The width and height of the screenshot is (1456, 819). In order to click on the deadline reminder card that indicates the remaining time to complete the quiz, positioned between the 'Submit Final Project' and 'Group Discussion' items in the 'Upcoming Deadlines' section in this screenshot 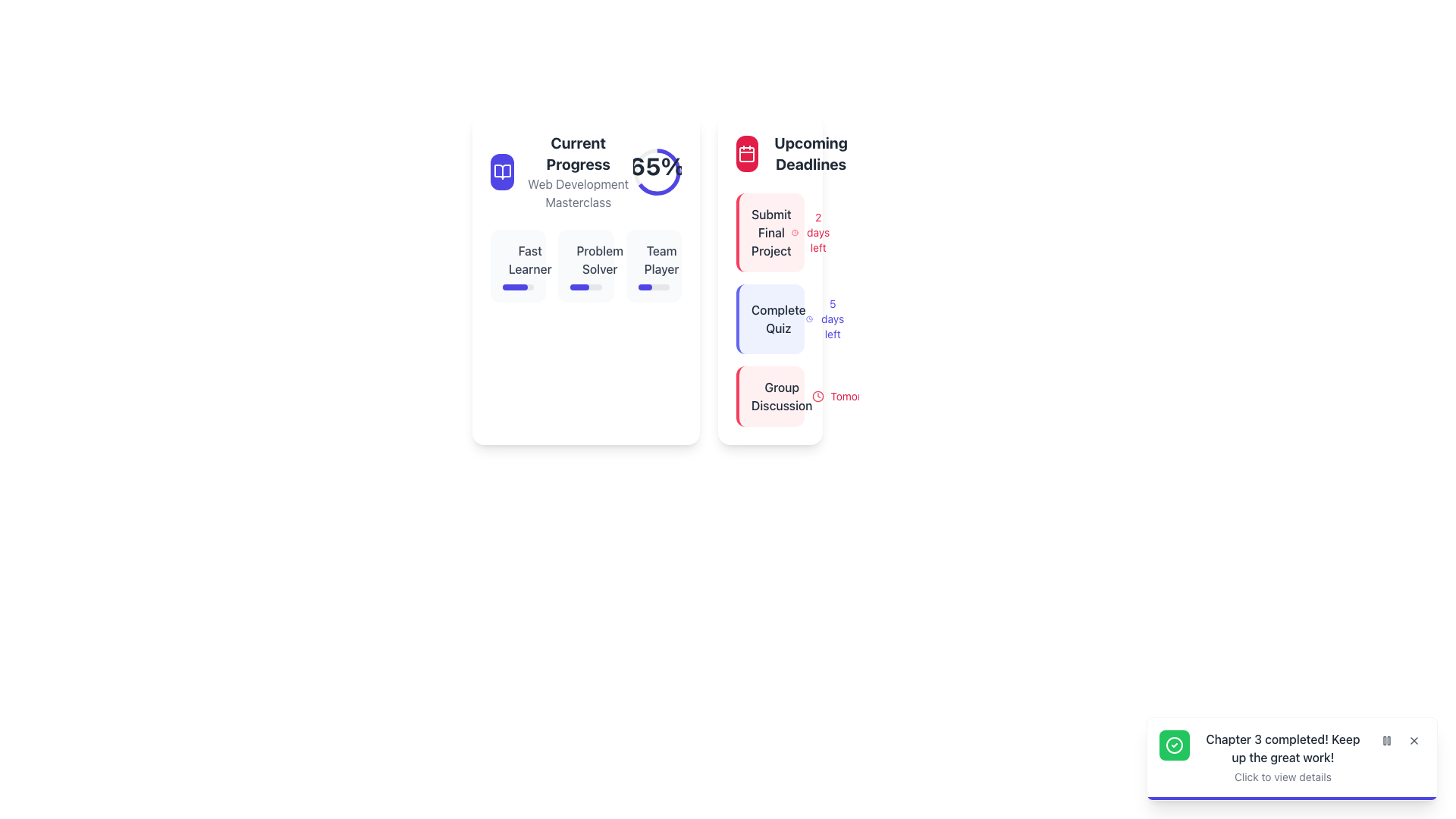, I will do `click(770, 318)`.